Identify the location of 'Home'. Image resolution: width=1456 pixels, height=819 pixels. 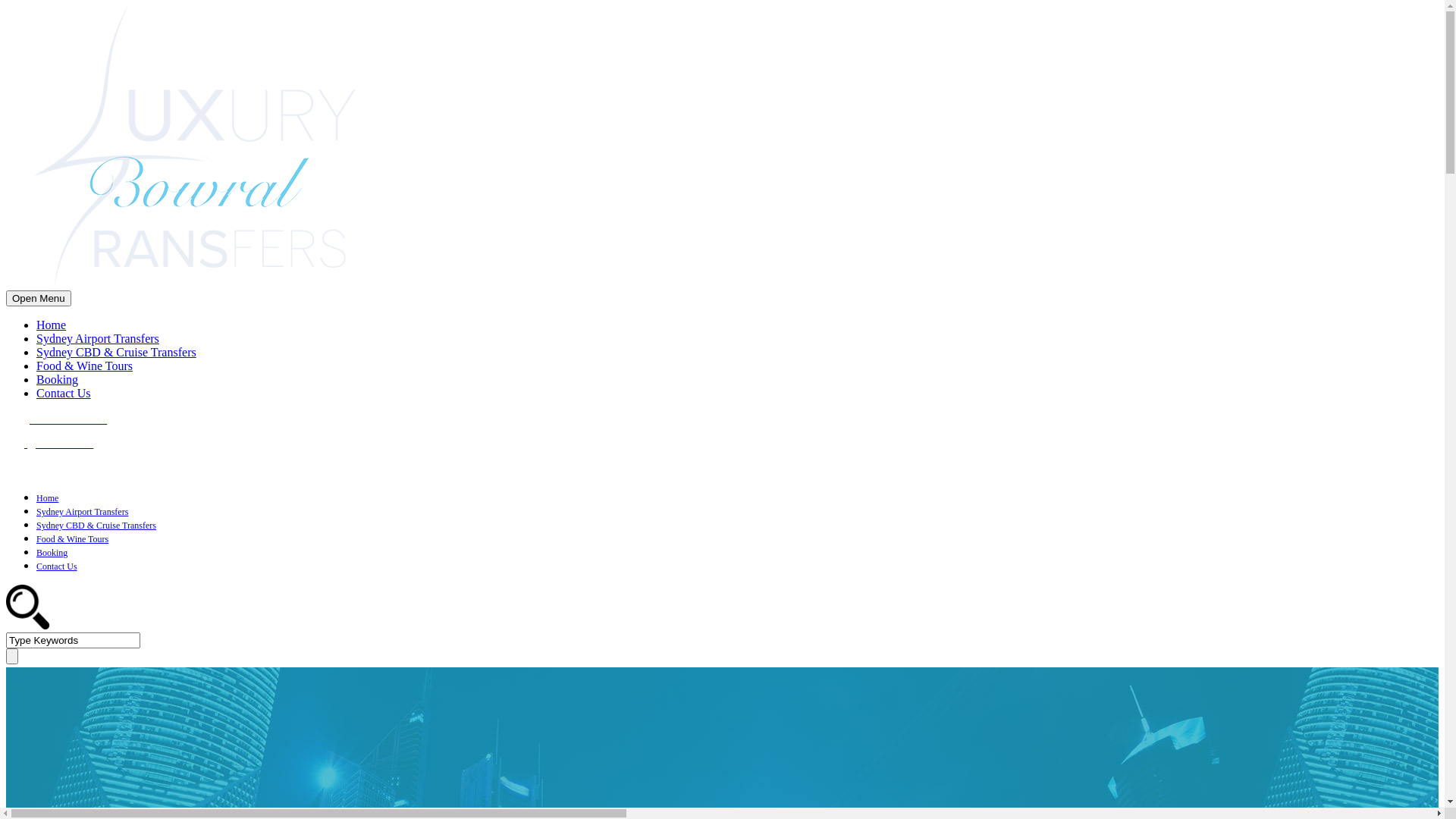
(47, 497).